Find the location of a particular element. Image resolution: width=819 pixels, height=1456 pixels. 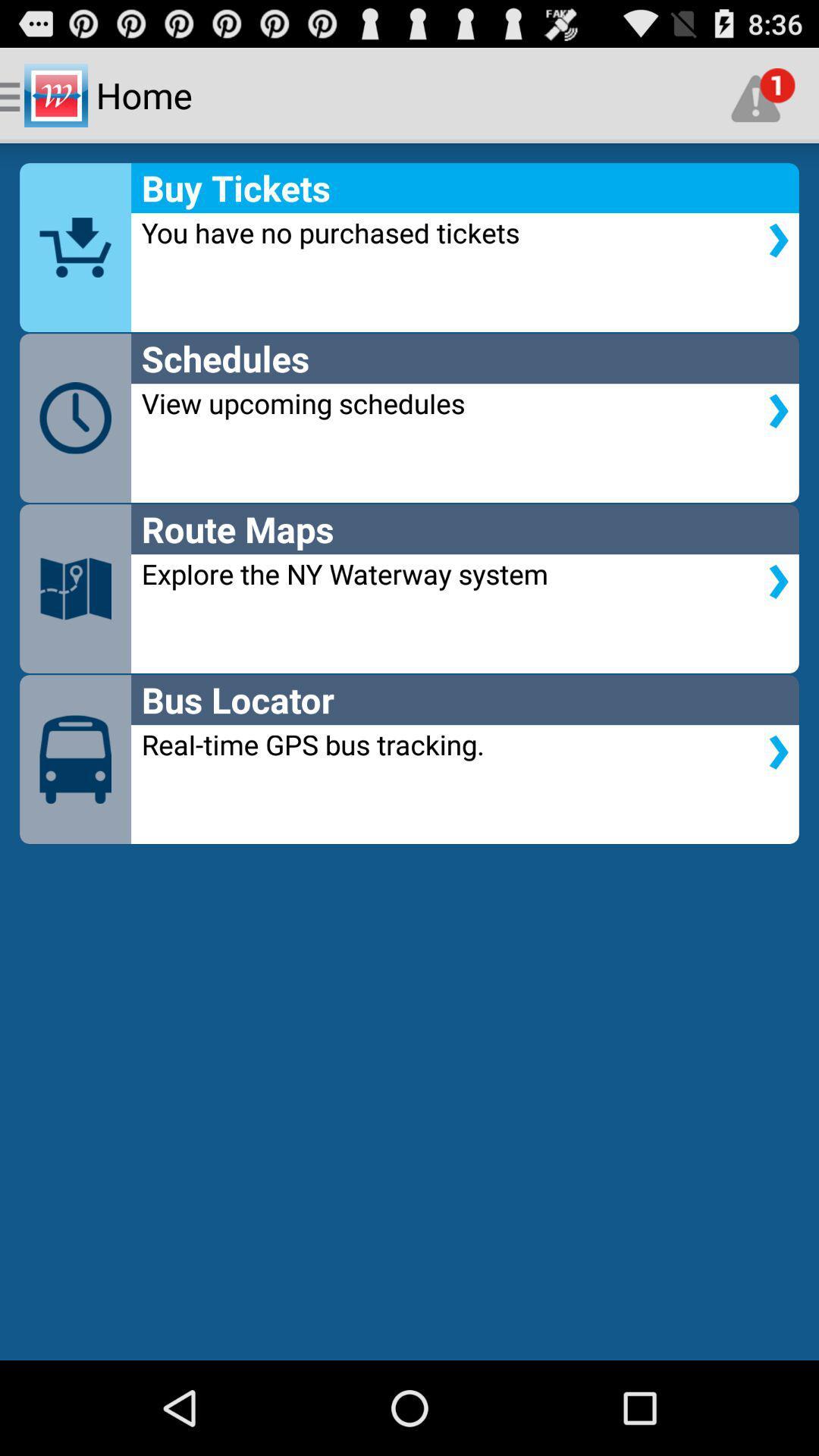

app to the right of home item is located at coordinates (763, 94).